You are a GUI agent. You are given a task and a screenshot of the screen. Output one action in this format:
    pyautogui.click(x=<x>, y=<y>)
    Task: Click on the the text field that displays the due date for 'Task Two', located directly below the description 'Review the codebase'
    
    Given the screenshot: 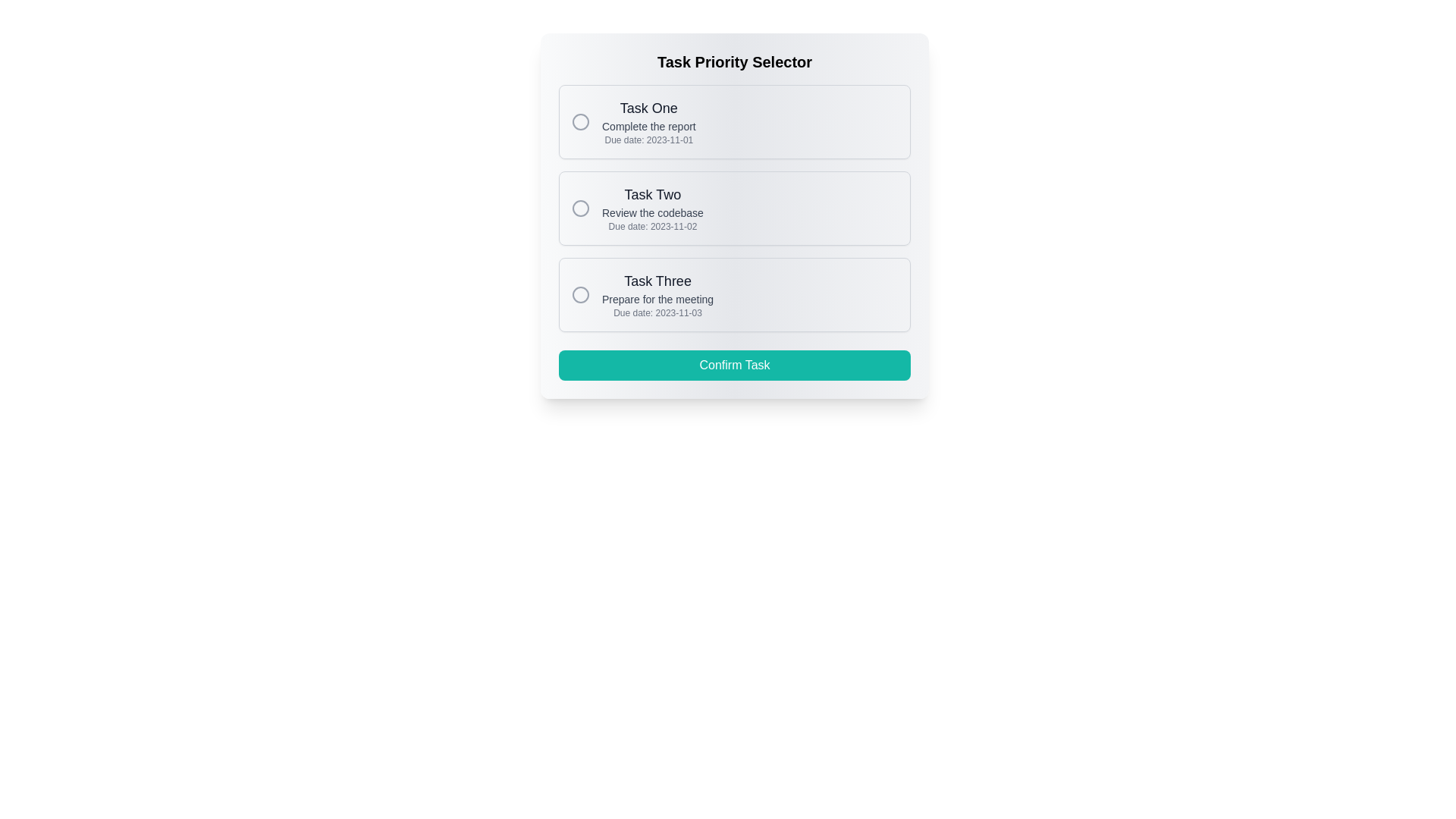 What is the action you would take?
    pyautogui.click(x=652, y=227)
    